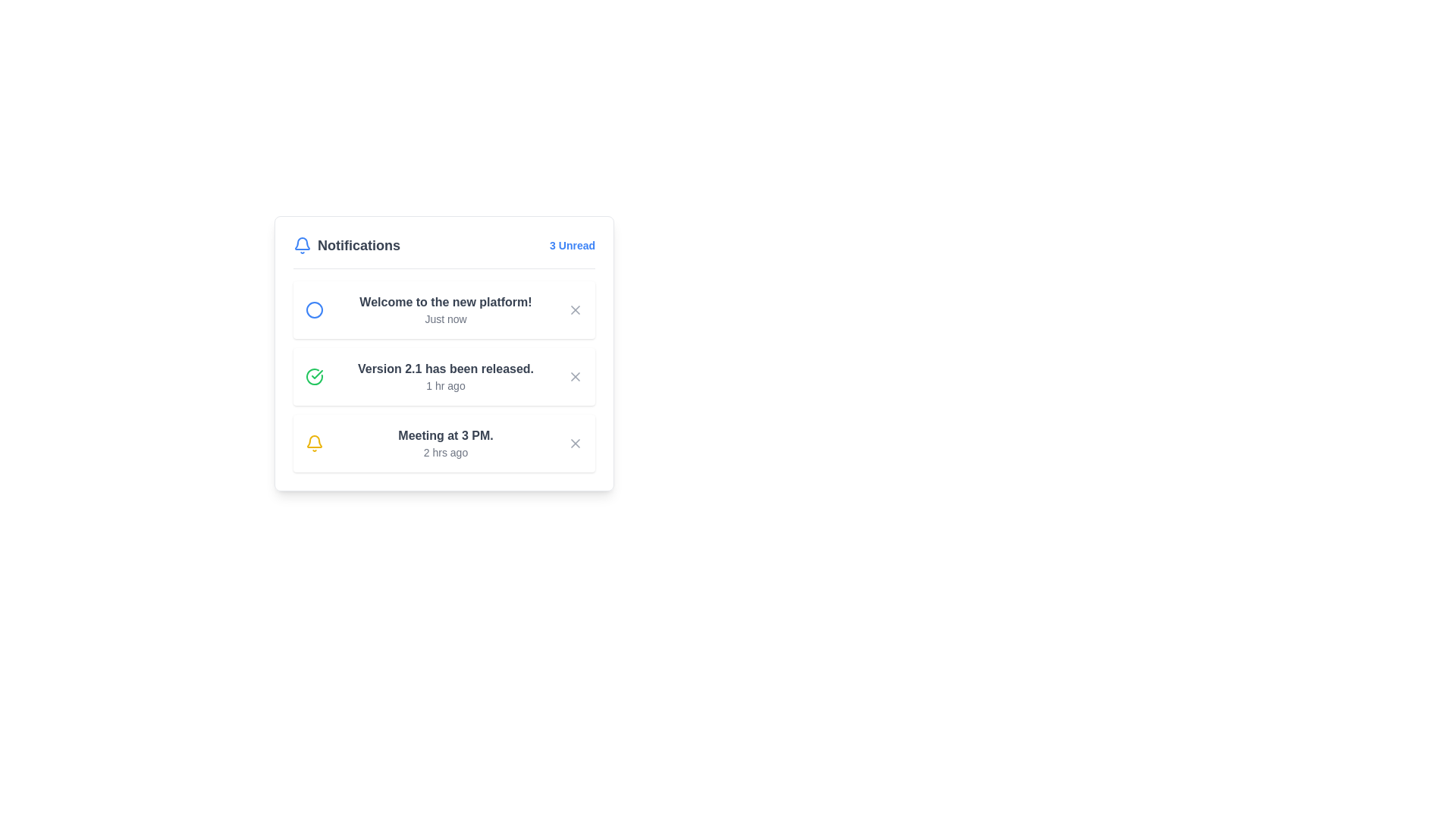 The height and width of the screenshot is (819, 1456). What do you see at coordinates (445, 302) in the screenshot?
I see `the static text element that communicates the title of the first notification, located centrally near the top of the notification panel` at bounding box center [445, 302].